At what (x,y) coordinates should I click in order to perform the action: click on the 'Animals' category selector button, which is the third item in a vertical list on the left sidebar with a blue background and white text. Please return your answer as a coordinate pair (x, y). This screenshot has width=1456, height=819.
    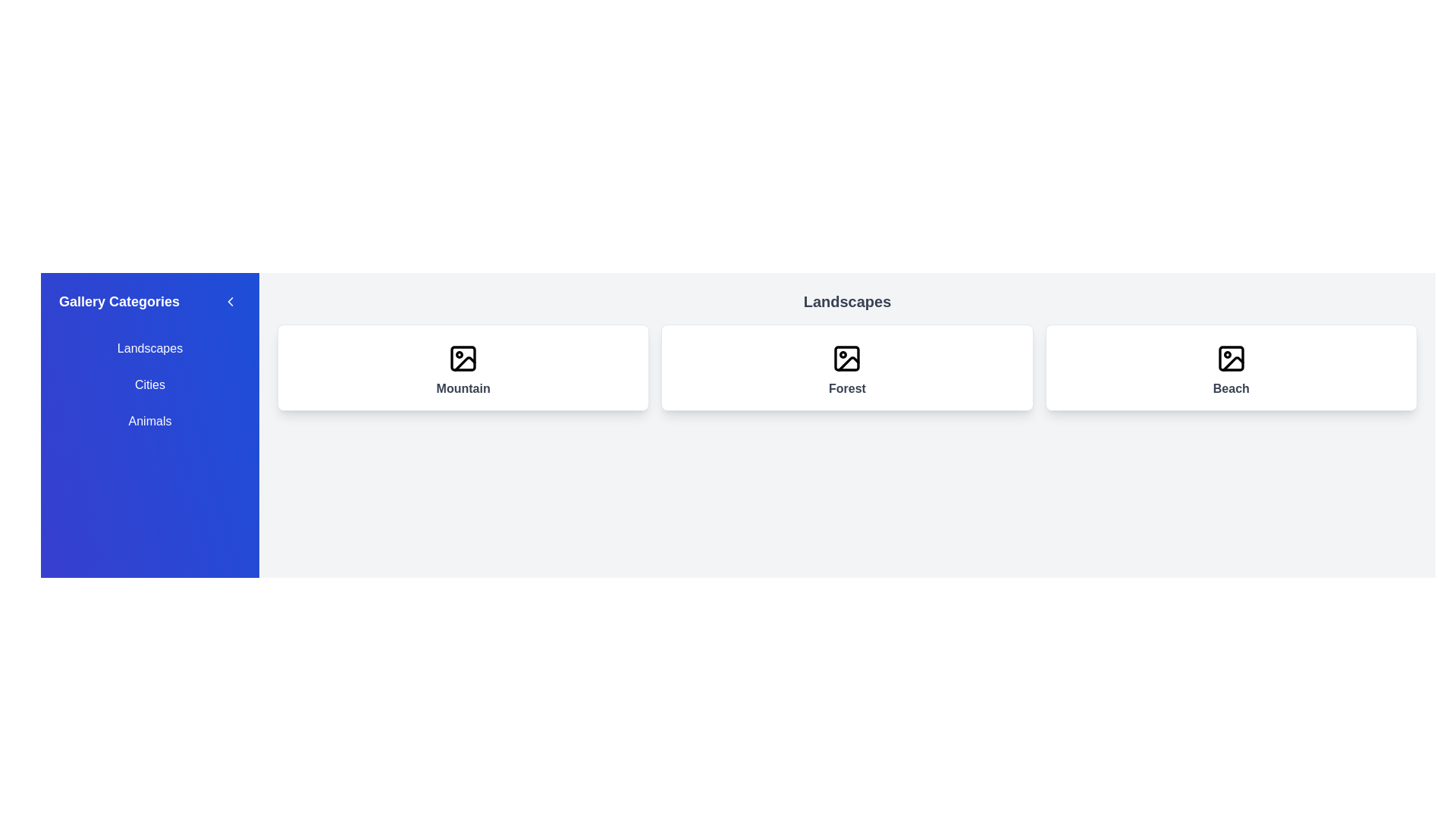
    Looking at the image, I should click on (149, 421).